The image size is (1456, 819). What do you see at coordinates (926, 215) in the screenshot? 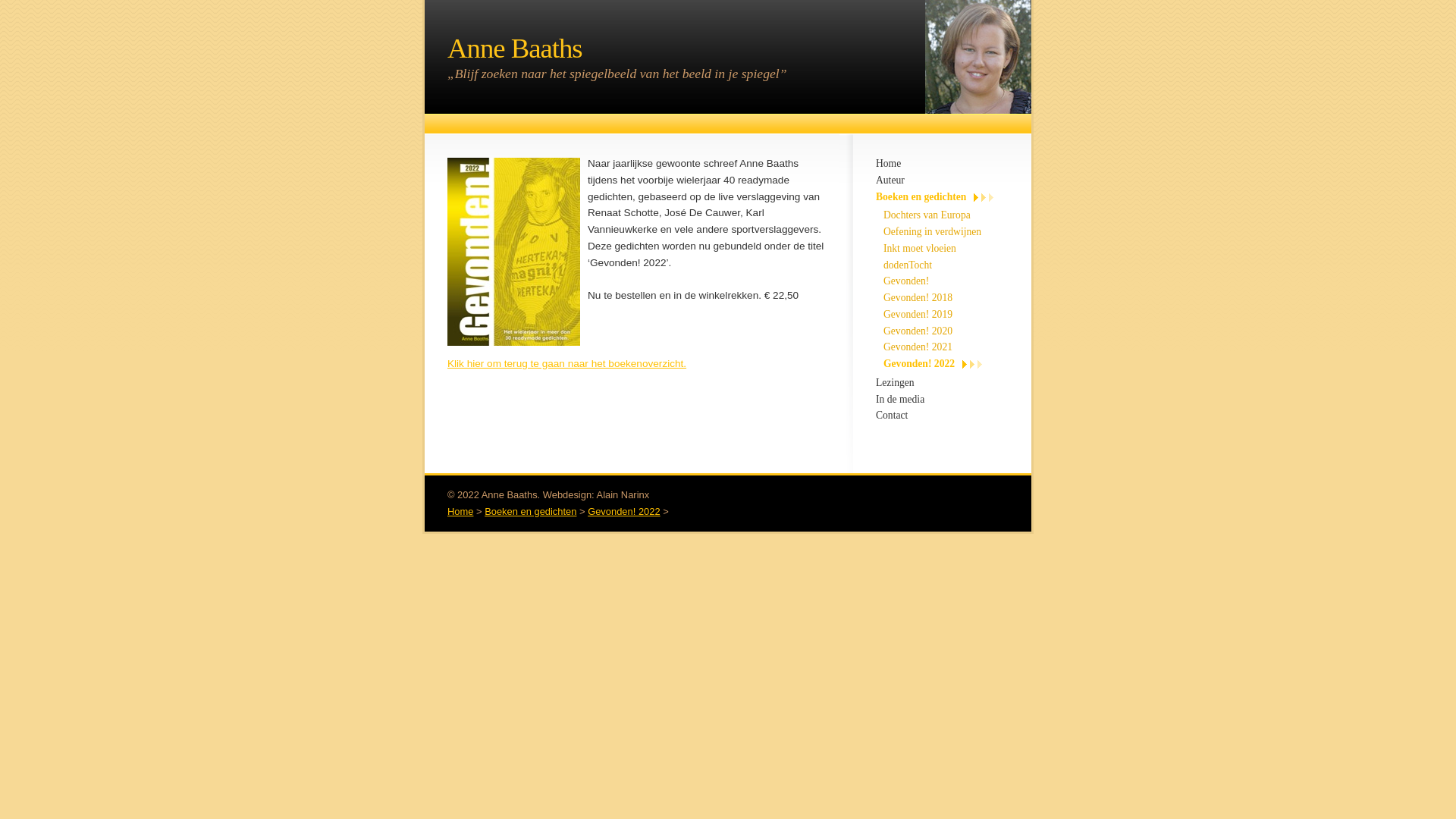
I see `'Dochters van Europa'` at bounding box center [926, 215].